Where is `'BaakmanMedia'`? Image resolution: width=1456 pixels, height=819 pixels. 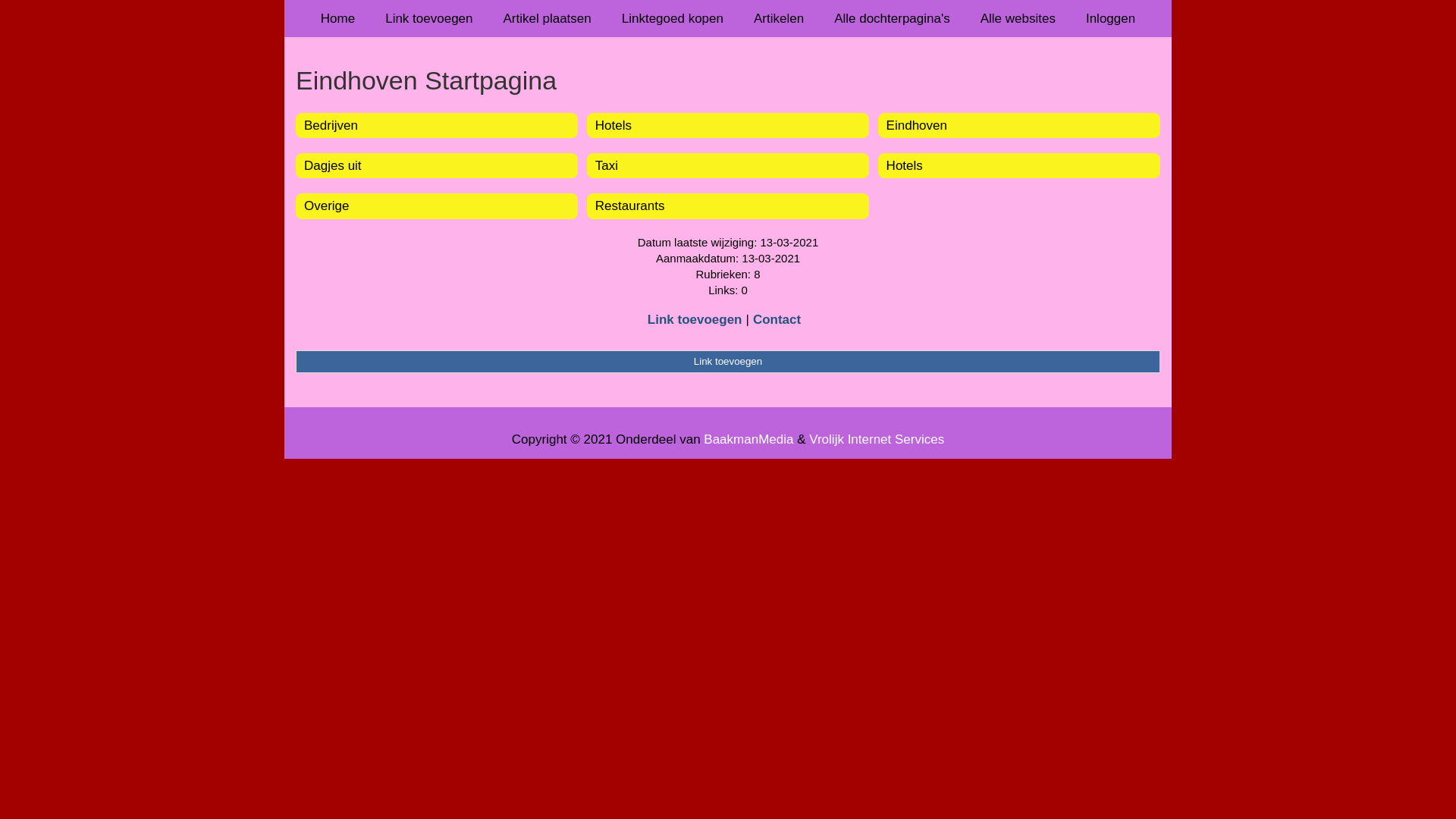
'BaakmanMedia' is located at coordinates (748, 439).